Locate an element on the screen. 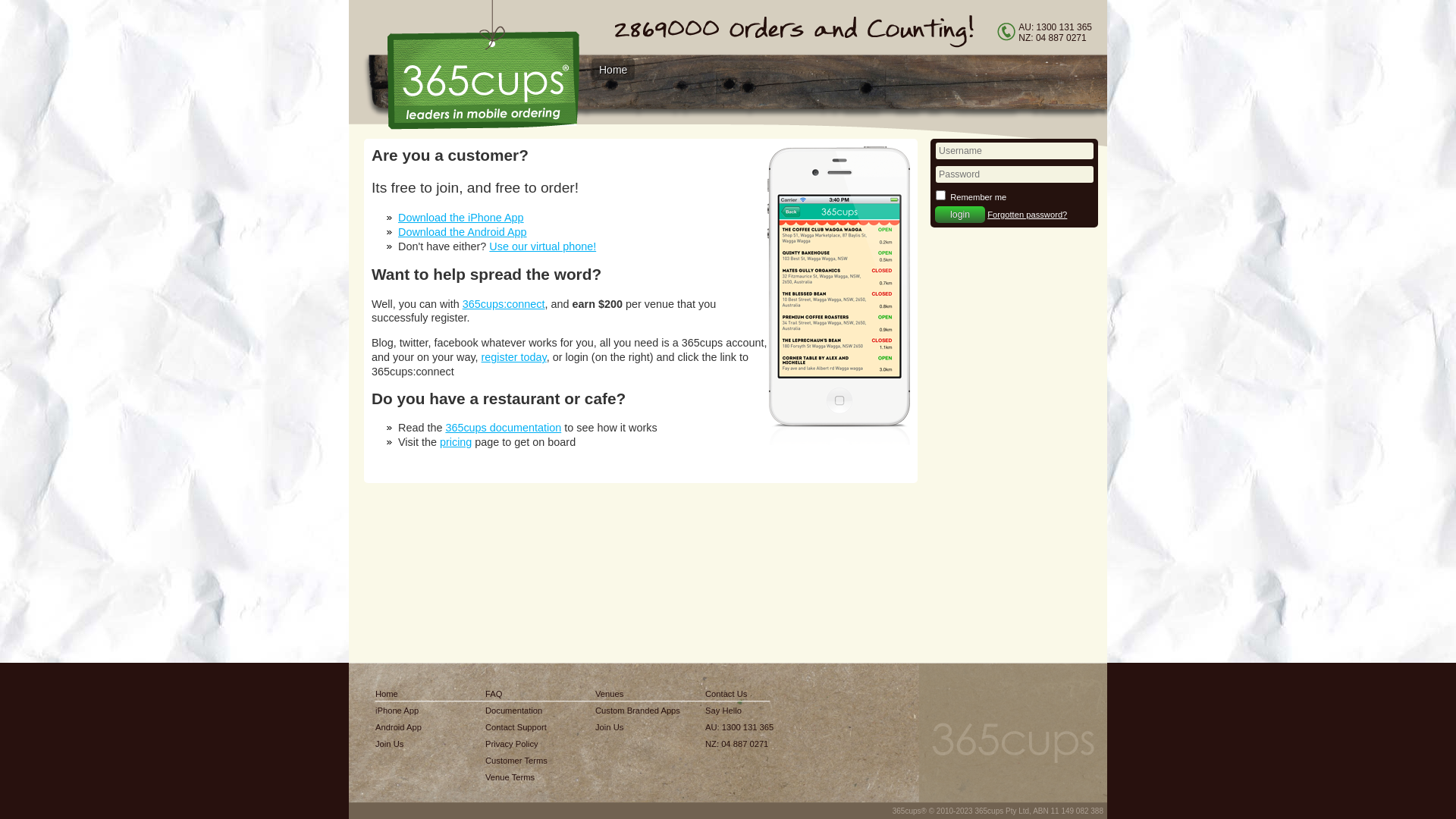  'register today' is located at coordinates (513, 356).